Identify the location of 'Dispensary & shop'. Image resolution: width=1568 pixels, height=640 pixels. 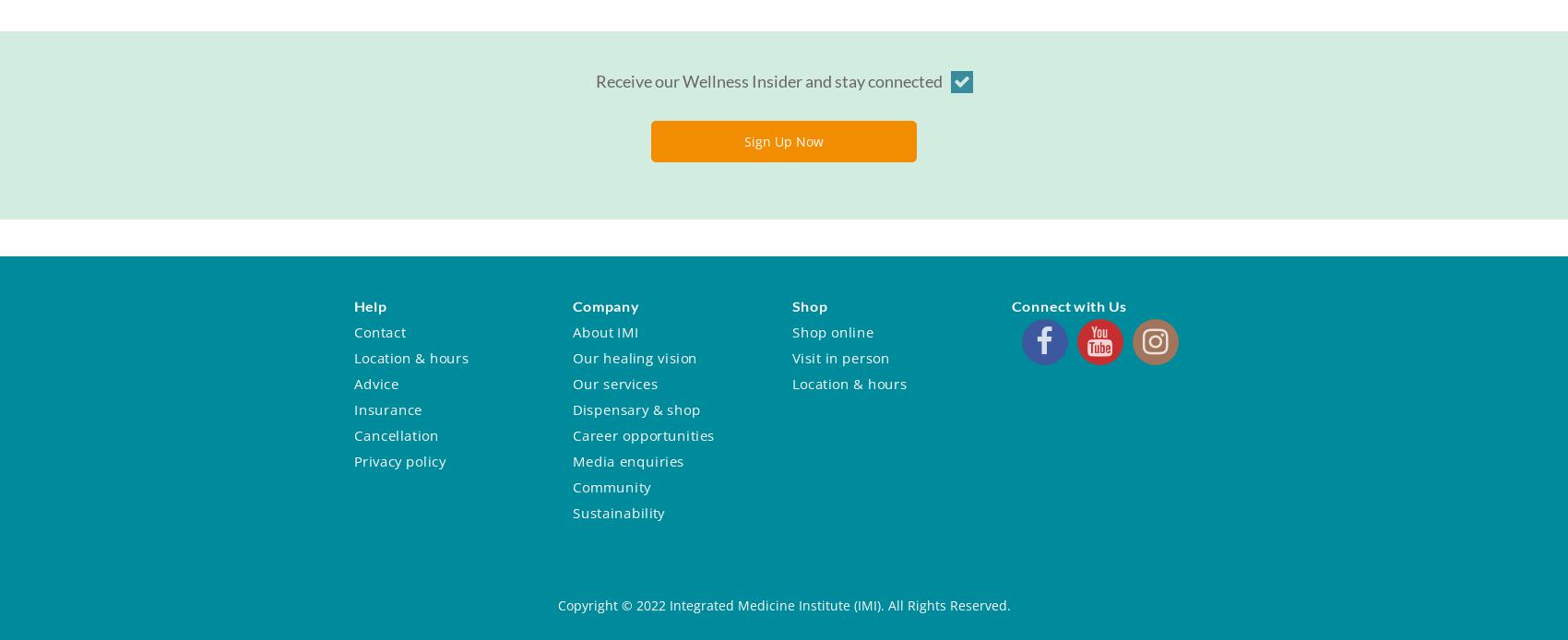
(570, 408).